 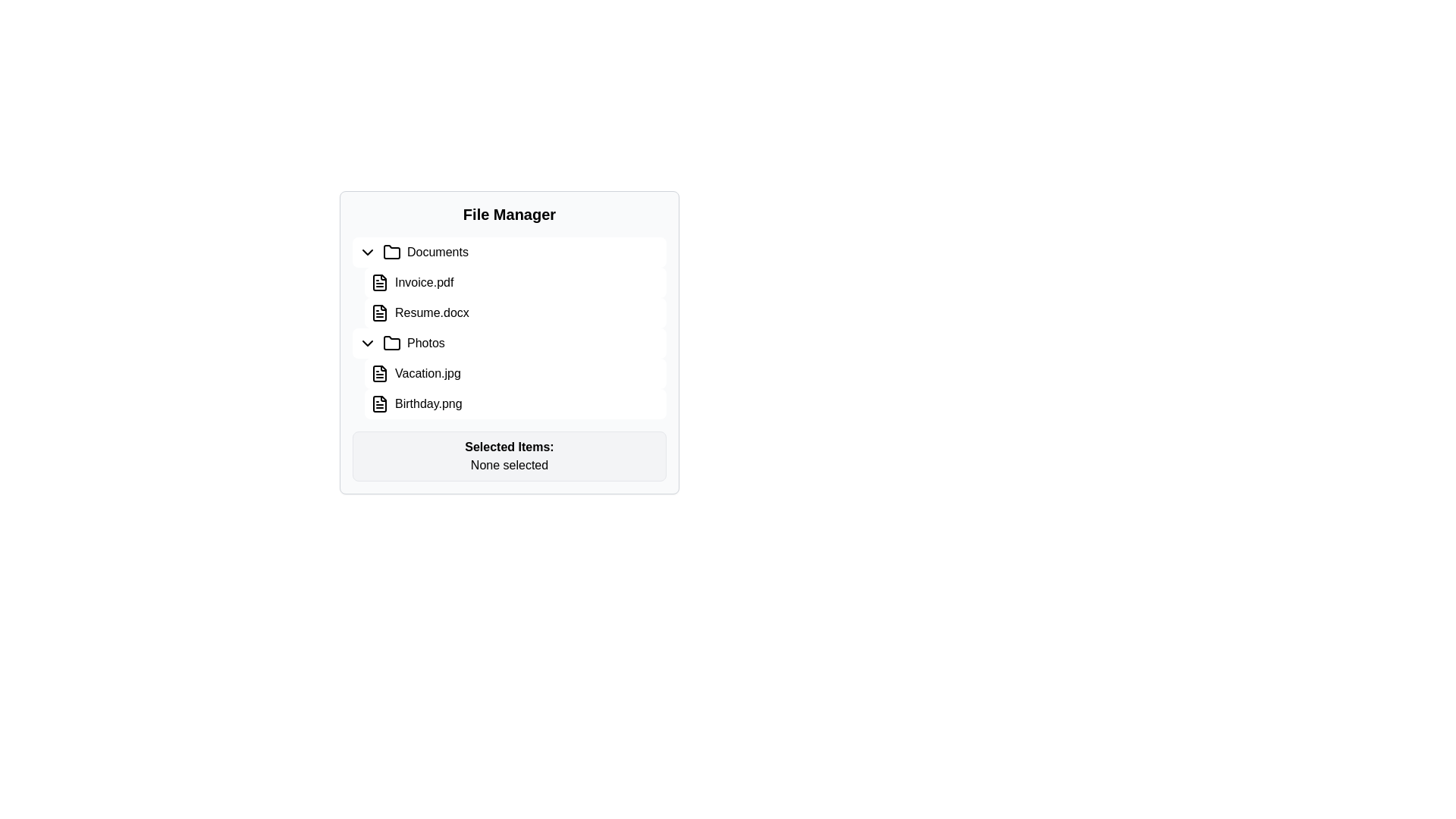 What do you see at coordinates (431, 312) in the screenshot?
I see `the text label for 'Resume.docx' in the Documents section of the File Manager` at bounding box center [431, 312].